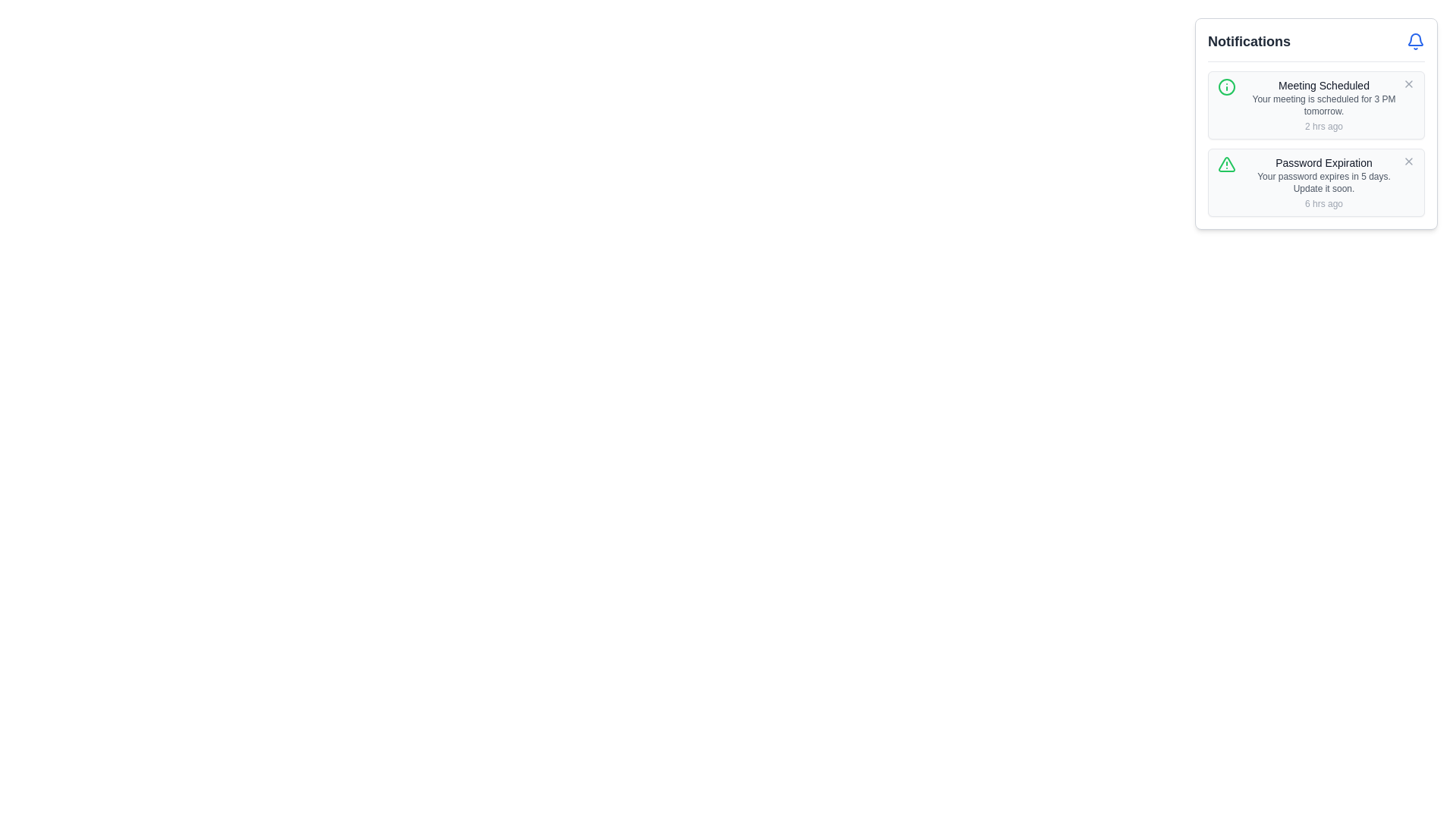  What do you see at coordinates (1316, 181) in the screenshot?
I see `the notification card that alerts the user about the upcoming expiration of their password, located below the 'Meeting Scheduled' notification in the 'Notifications' panel` at bounding box center [1316, 181].